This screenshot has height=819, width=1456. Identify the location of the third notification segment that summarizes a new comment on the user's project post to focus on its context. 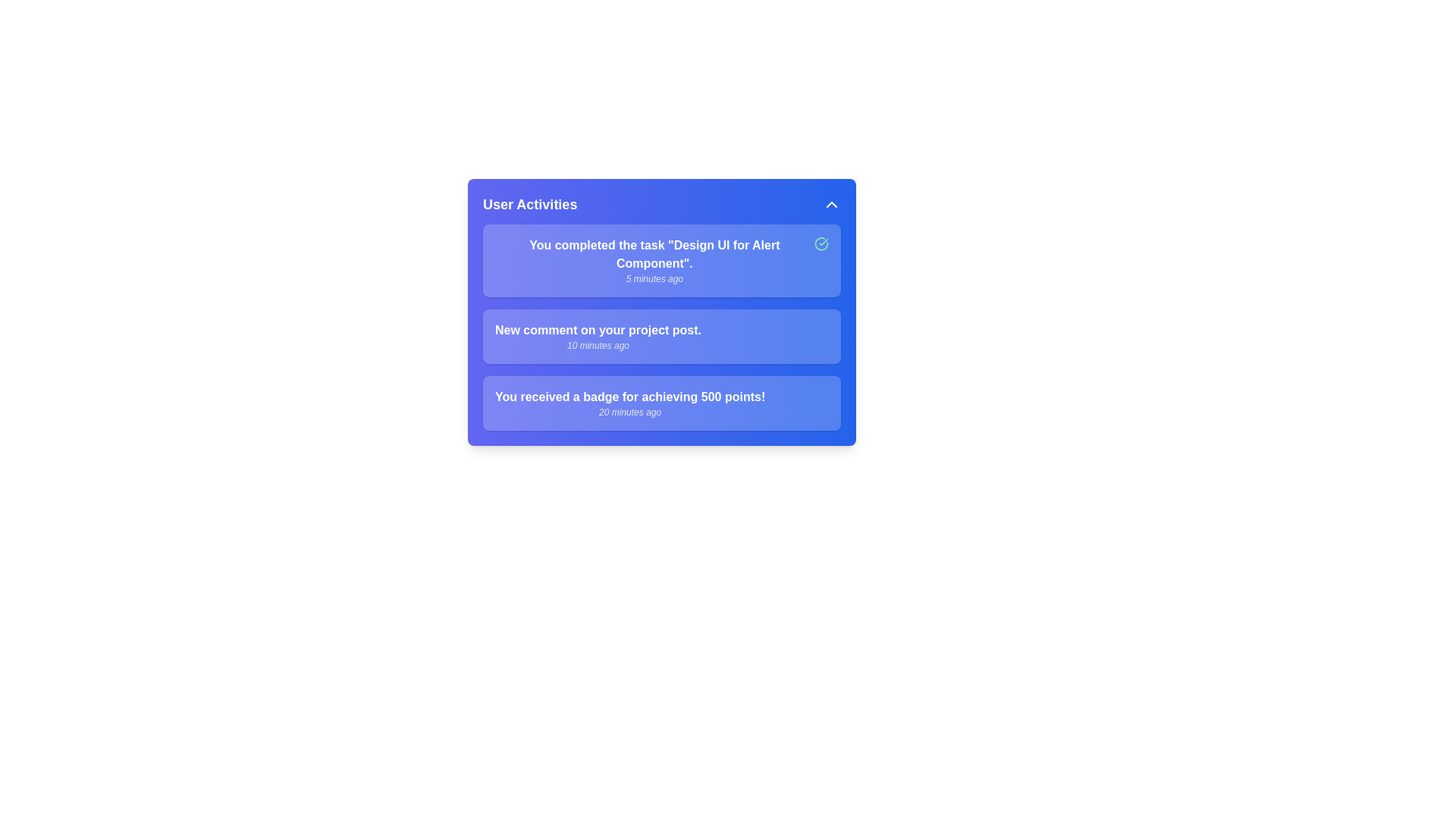
(662, 312).